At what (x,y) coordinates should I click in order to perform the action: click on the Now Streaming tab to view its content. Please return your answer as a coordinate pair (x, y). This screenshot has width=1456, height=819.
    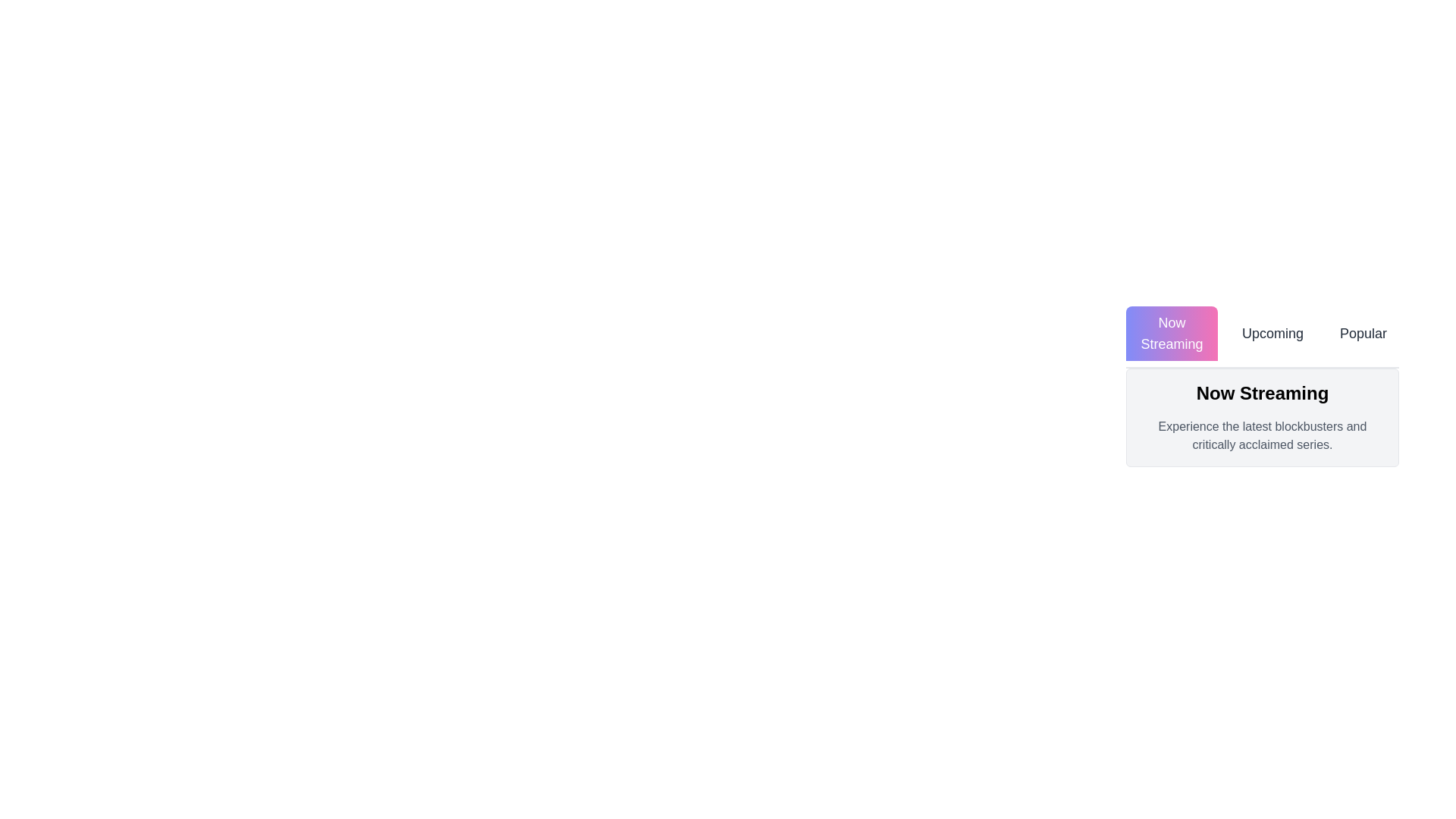
    Looking at the image, I should click on (1171, 332).